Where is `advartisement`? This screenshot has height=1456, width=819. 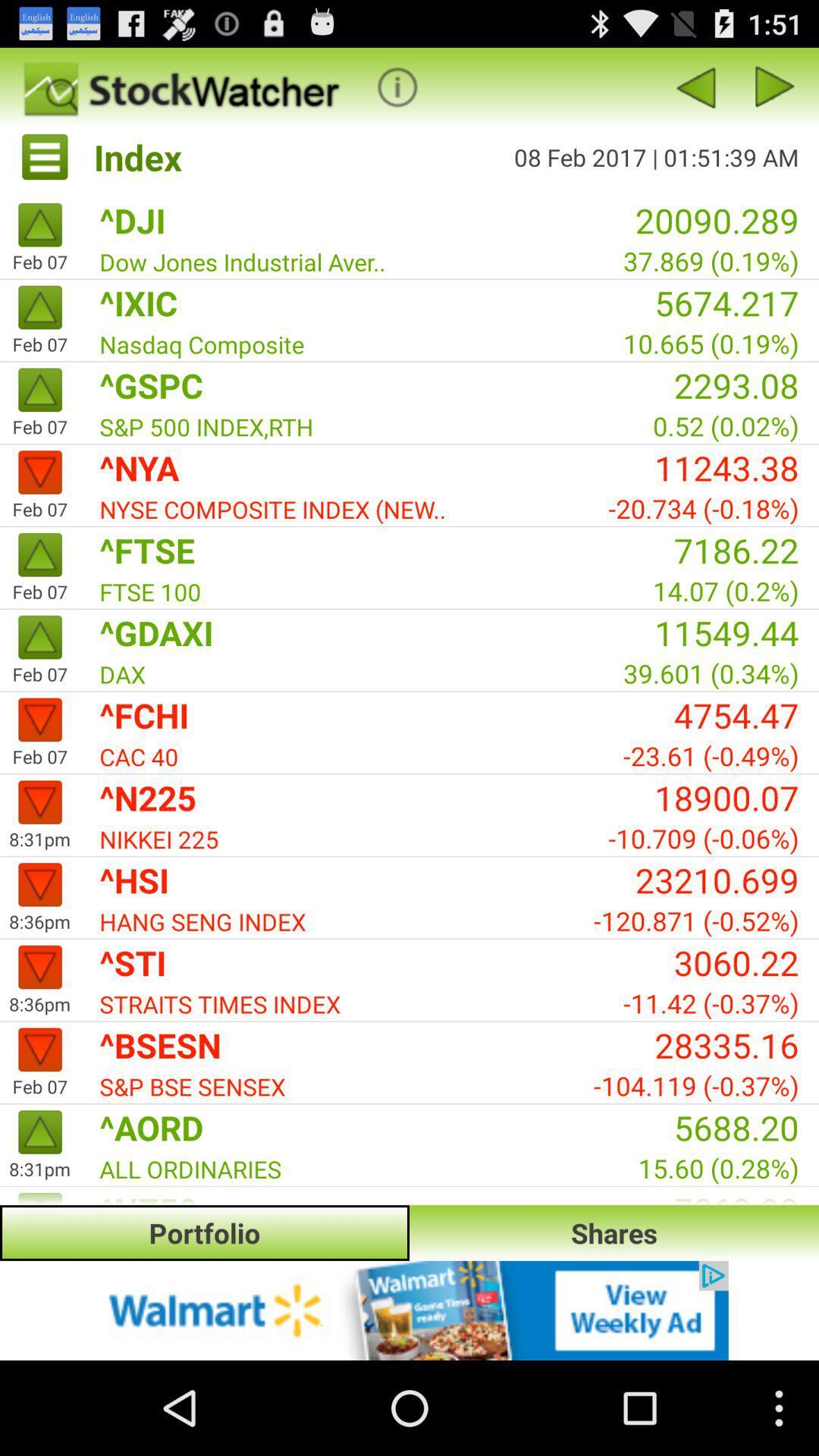
advartisement is located at coordinates (409, 1310).